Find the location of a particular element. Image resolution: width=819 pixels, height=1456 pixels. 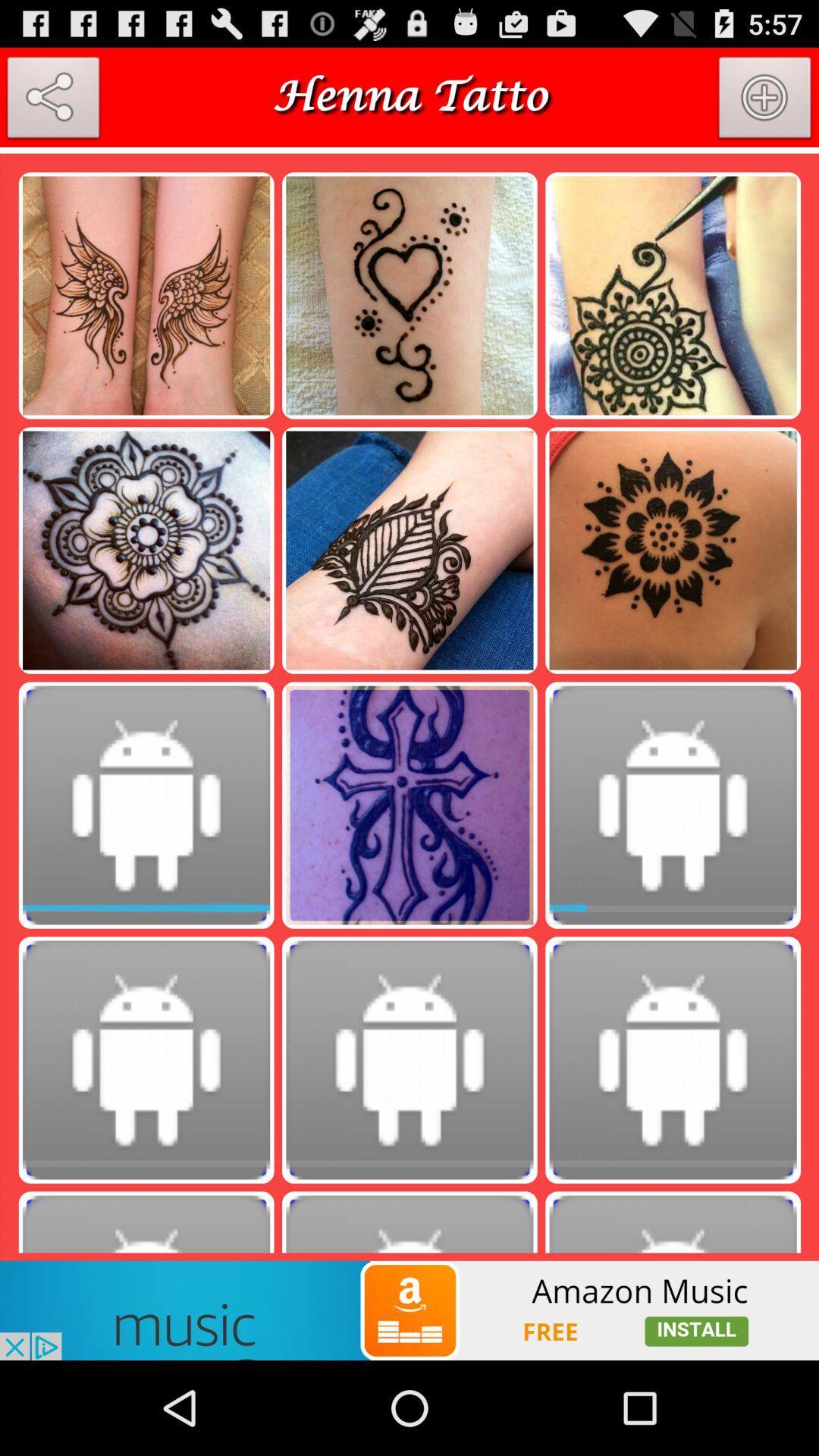

share option is located at coordinates (52, 100).